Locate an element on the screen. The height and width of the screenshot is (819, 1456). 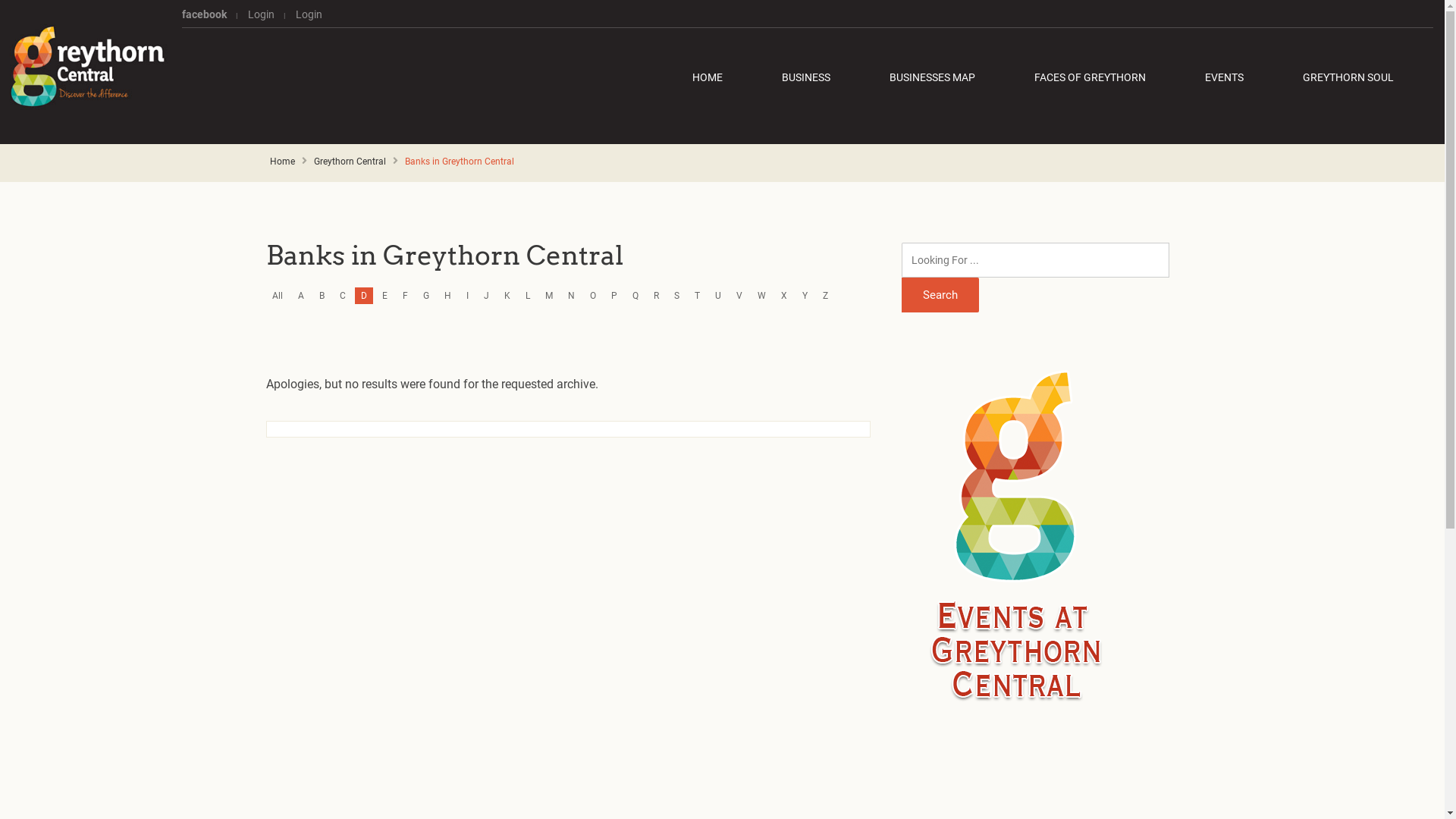
'U' is located at coordinates (717, 295).